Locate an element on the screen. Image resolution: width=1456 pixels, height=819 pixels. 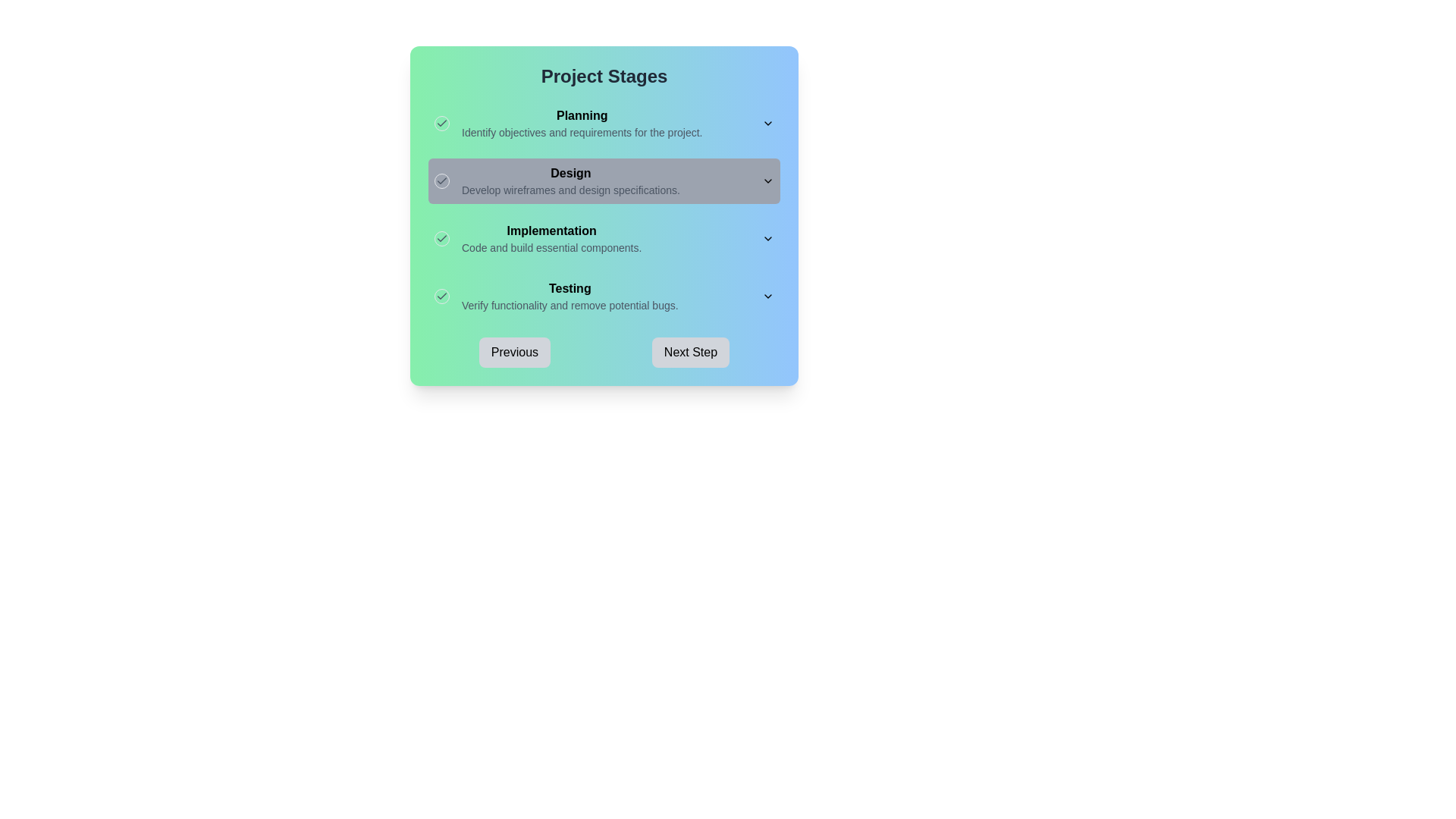
the 'Next Step' button located at the bottom right of the dialog to advance to the next stage is located at coordinates (690, 353).